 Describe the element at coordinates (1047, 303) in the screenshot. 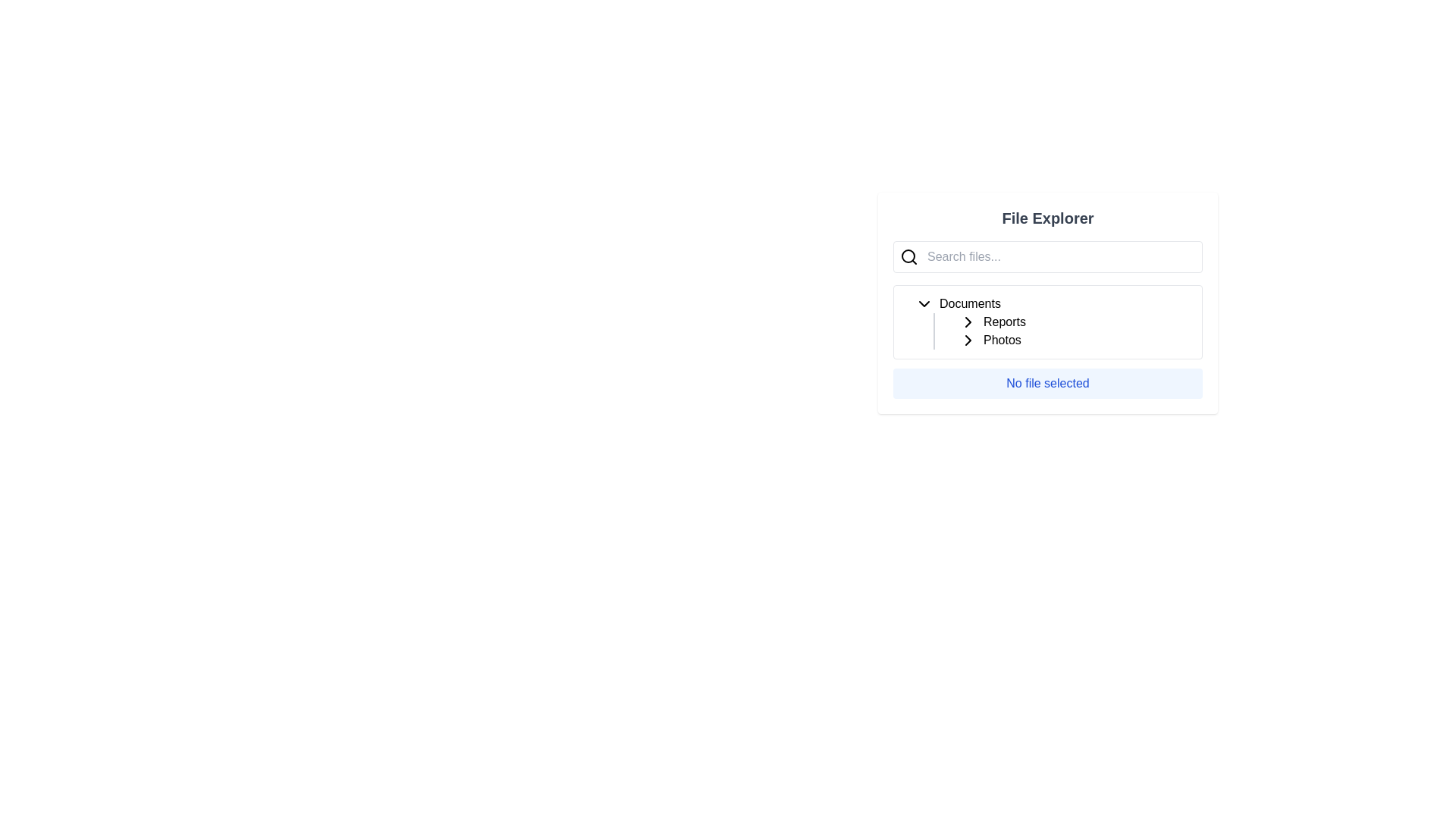

I see `the dropdown in the File Explorer section to manage file navigation` at that location.